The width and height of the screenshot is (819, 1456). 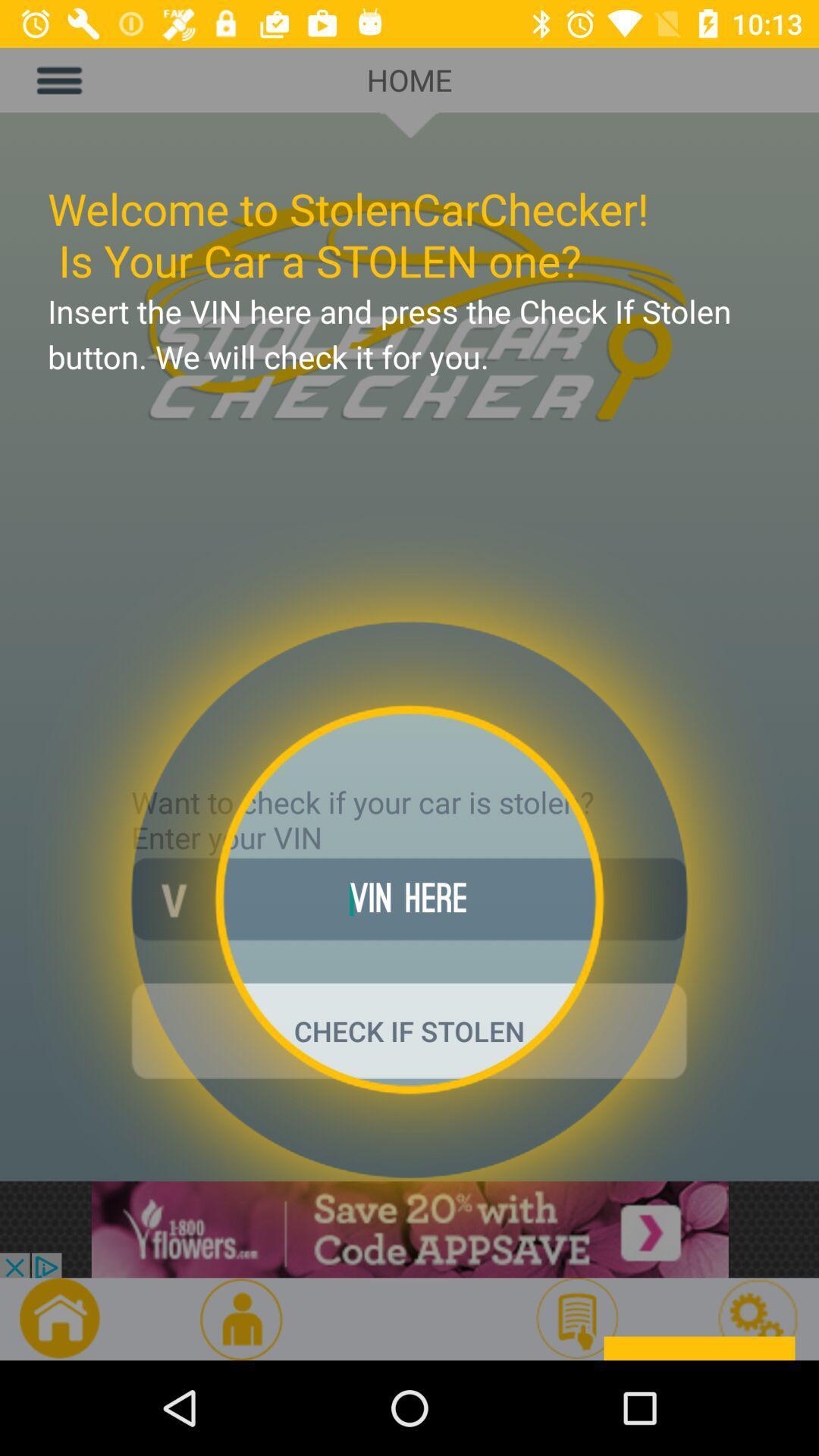 What do you see at coordinates (58, 79) in the screenshot?
I see `the menu icon` at bounding box center [58, 79].